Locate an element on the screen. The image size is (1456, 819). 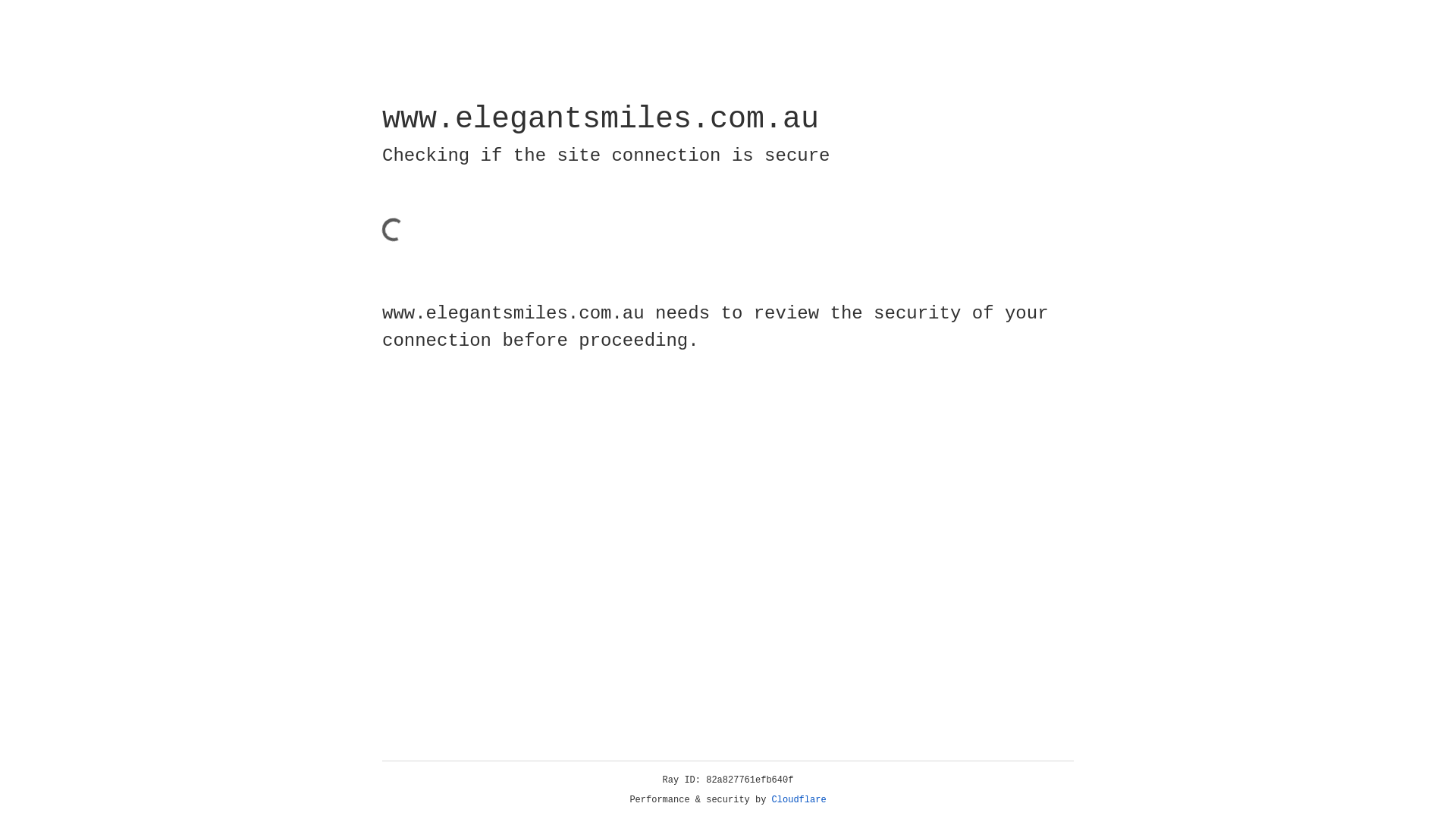
'Cloudflare' is located at coordinates (799, 799).